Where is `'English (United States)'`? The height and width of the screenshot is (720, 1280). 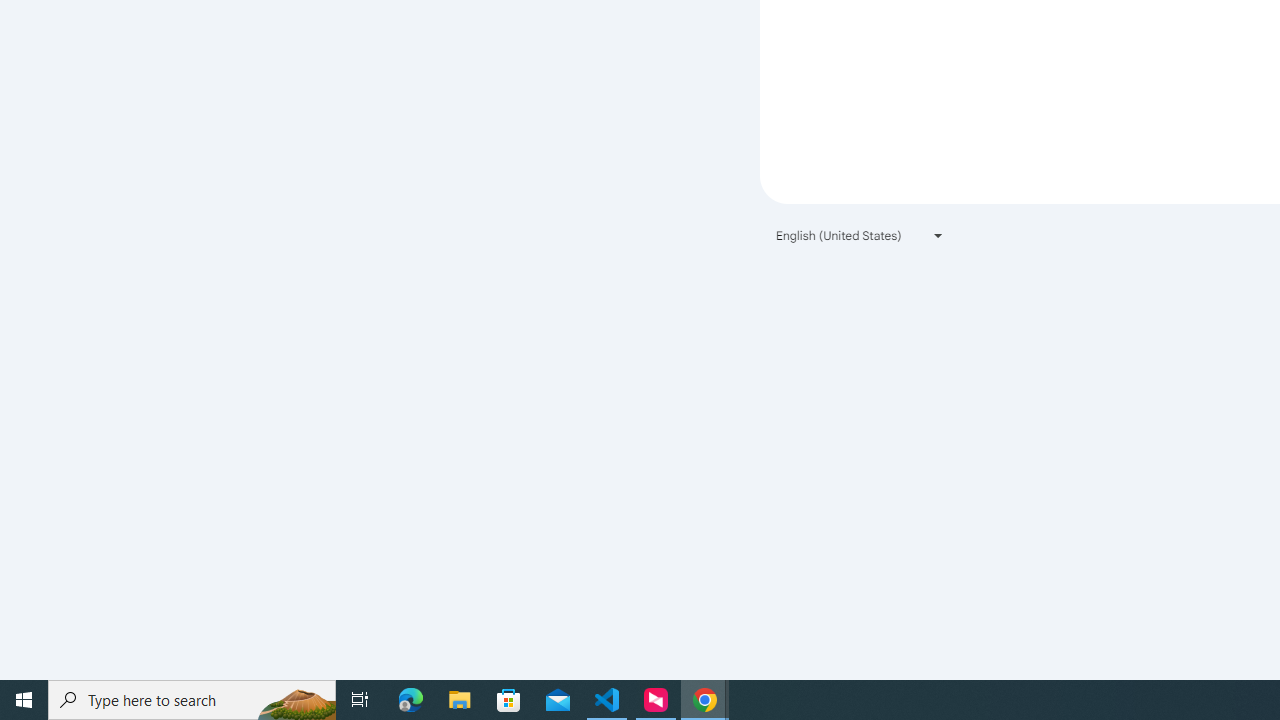
'English (United States)' is located at coordinates (860, 234).